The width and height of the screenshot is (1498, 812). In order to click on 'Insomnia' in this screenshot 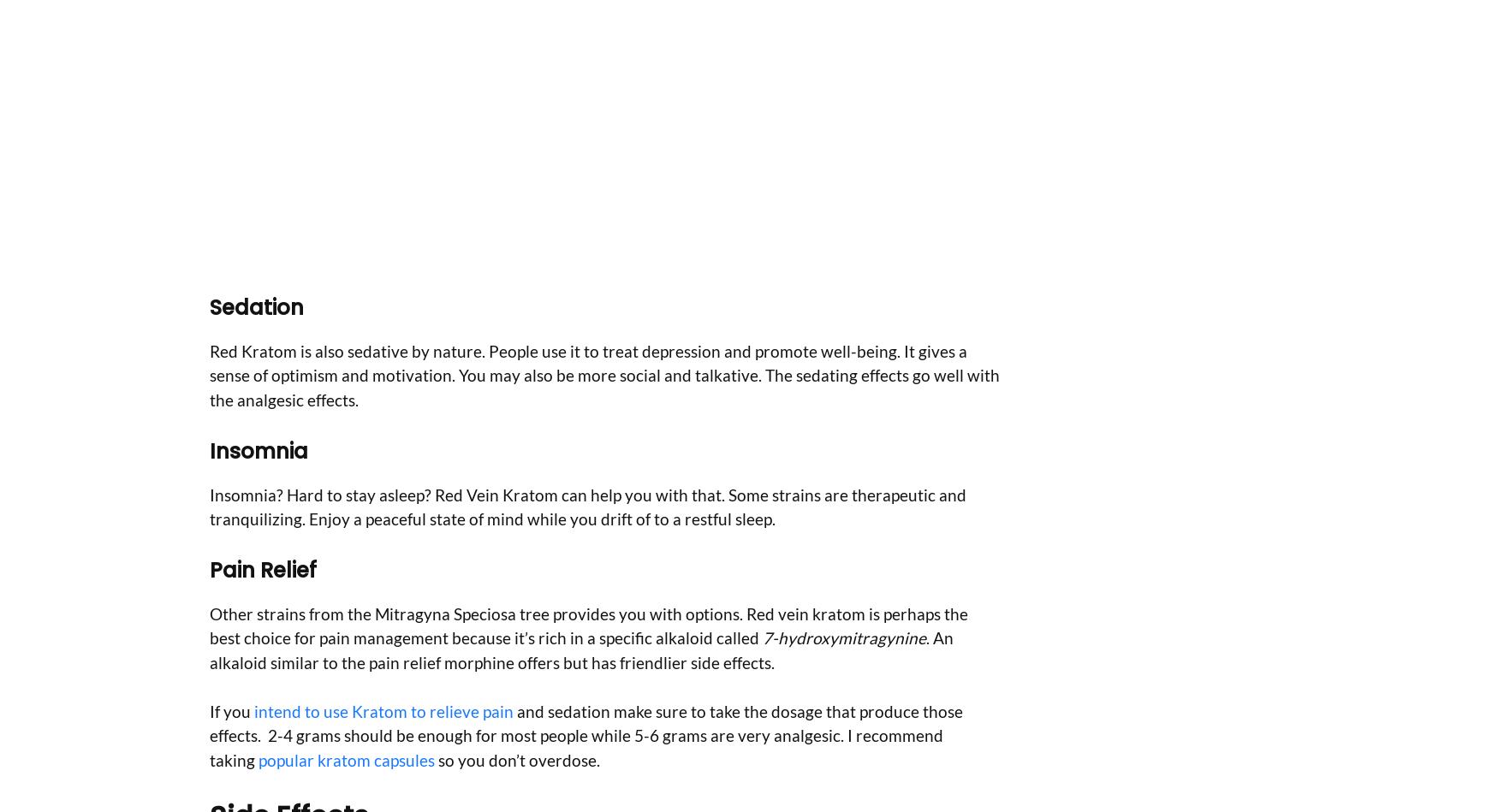, I will do `click(258, 450)`.